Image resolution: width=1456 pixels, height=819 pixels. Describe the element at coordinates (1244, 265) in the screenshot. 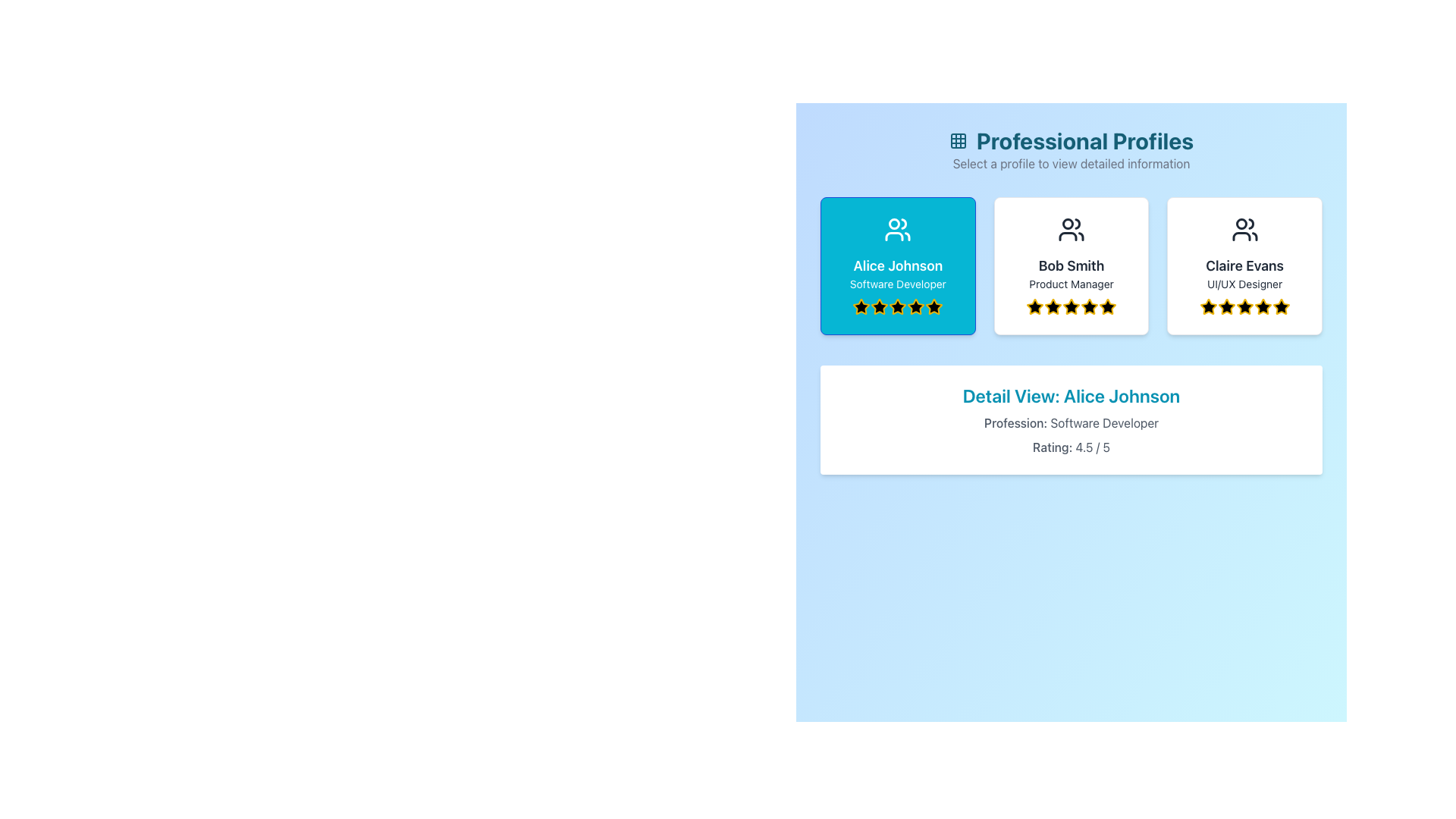

I see `the text label displaying 'Claire Evans' which is the first line of text in the rightmost card of the profile grid` at that location.